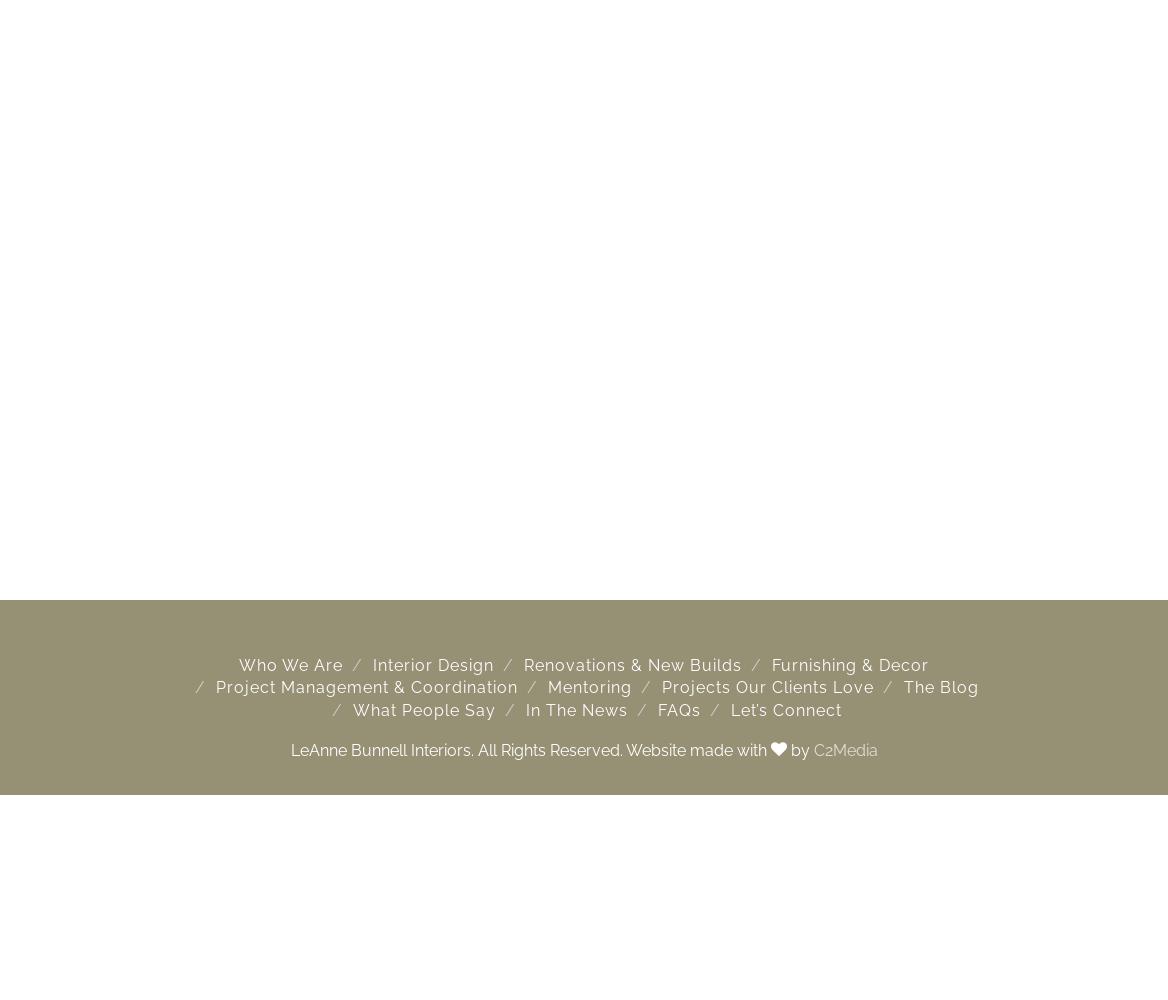  What do you see at coordinates (785, 708) in the screenshot?
I see `'Let’s Connect'` at bounding box center [785, 708].